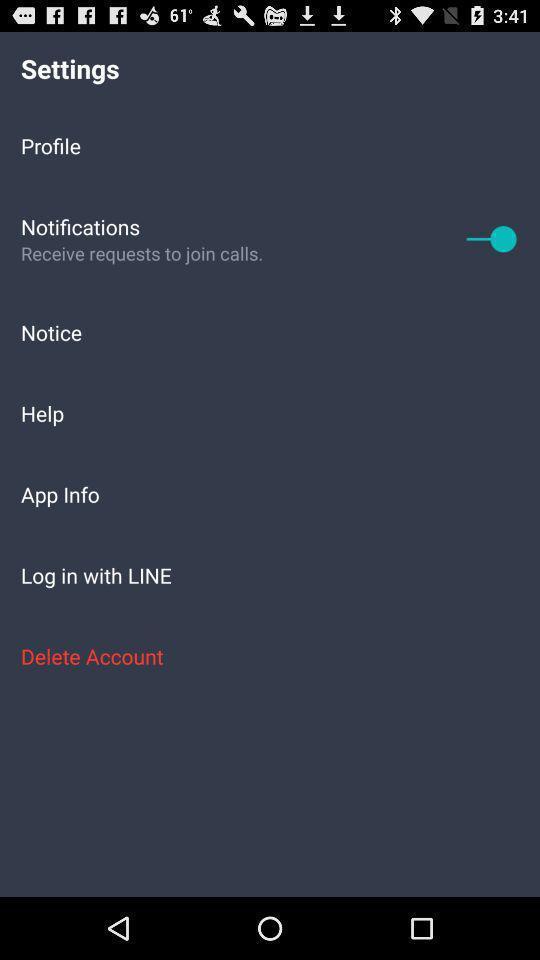 This screenshot has height=960, width=540. What do you see at coordinates (270, 493) in the screenshot?
I see `the item above the log in with` at bounding box center [270, 493].